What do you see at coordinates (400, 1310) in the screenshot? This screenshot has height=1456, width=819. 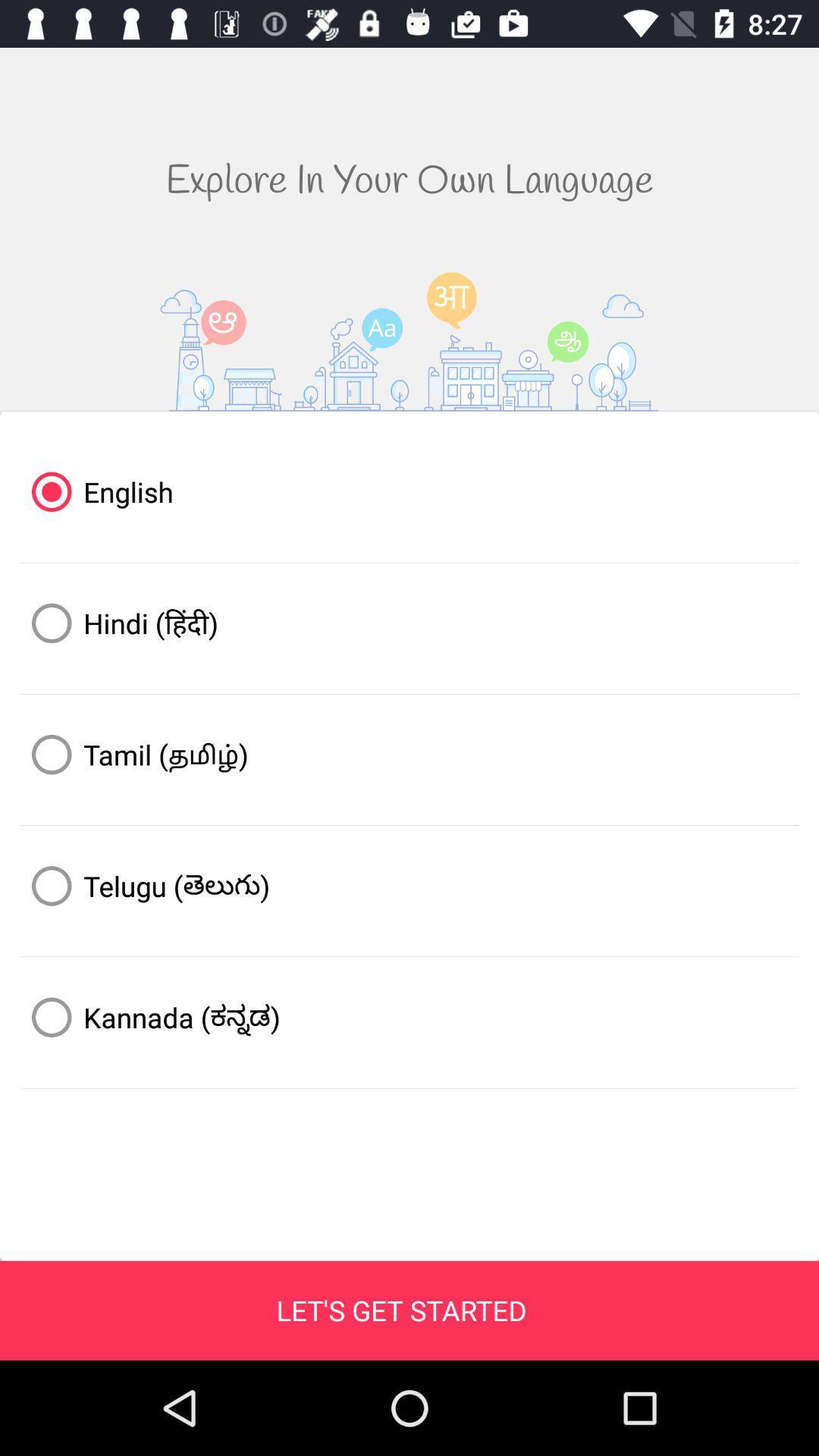 I see `the let s get icon` at bounding box center [400, 1310].